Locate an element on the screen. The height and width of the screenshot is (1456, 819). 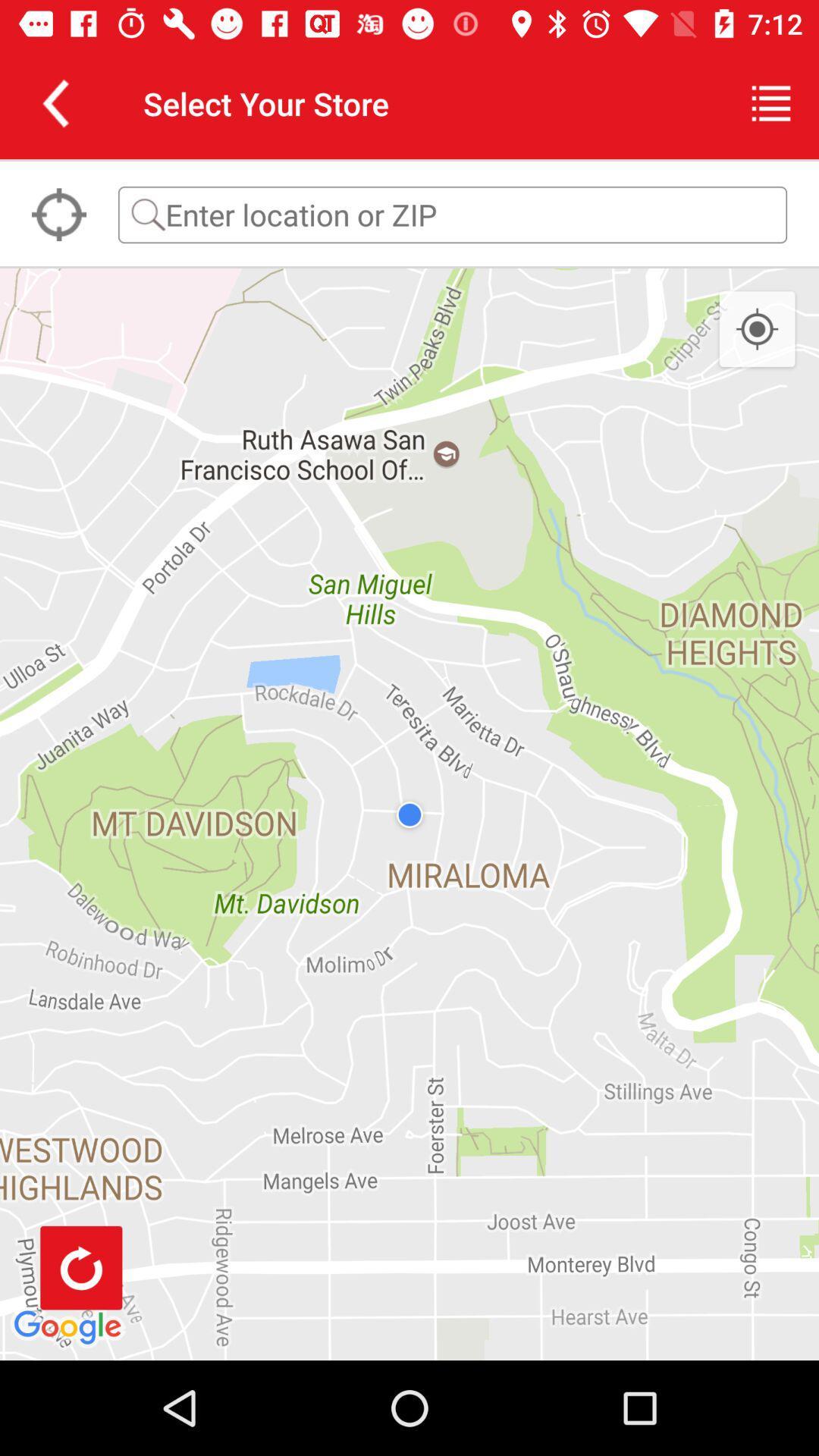
the location_crosshair icon is located at coordinates (757, 329).